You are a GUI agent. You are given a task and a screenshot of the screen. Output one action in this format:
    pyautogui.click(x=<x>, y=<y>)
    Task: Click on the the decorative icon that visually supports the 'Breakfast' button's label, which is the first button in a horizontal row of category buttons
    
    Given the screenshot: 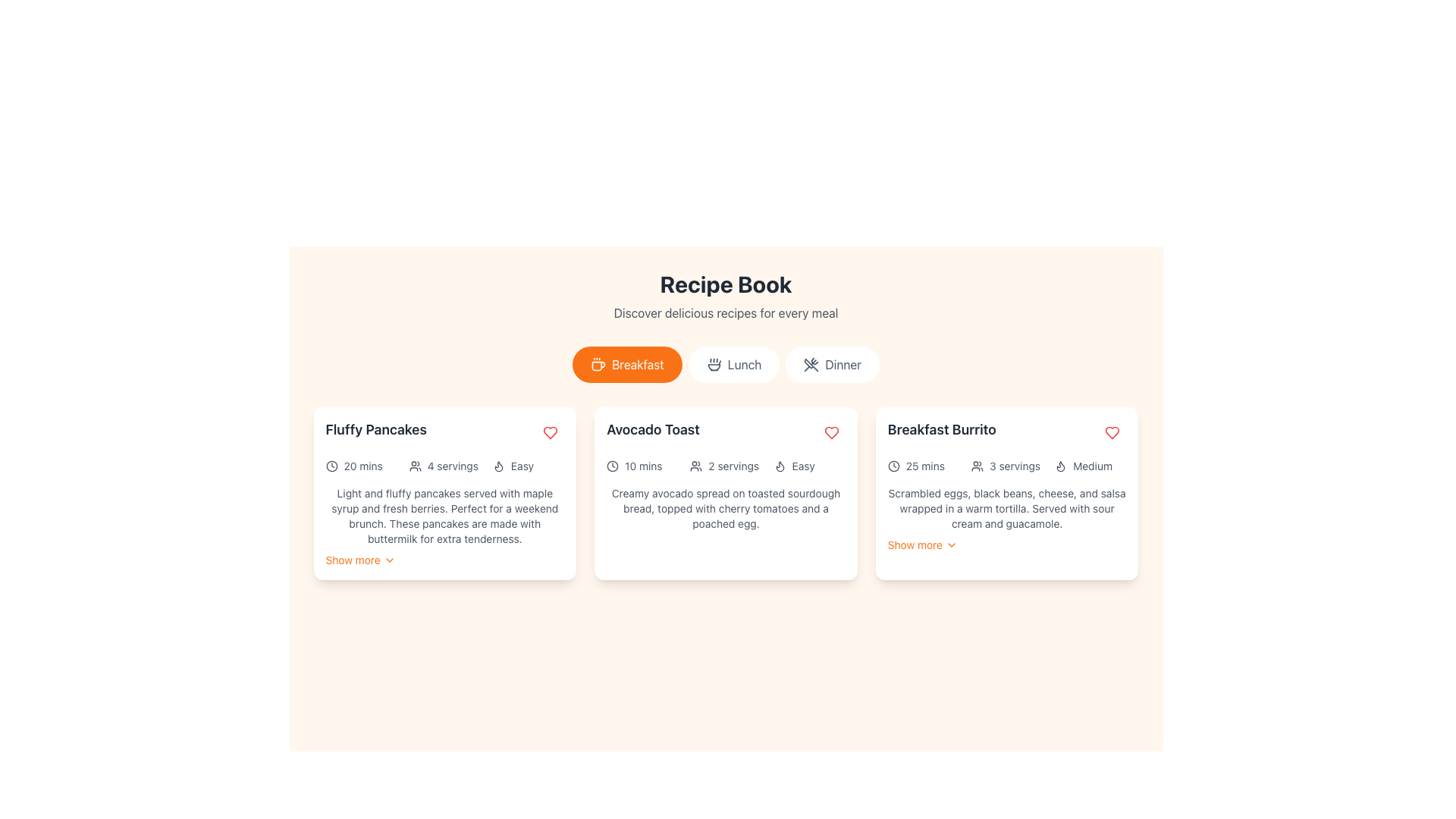 What is the action you would take?
    pyautogui.click(x=598, y=365)
    